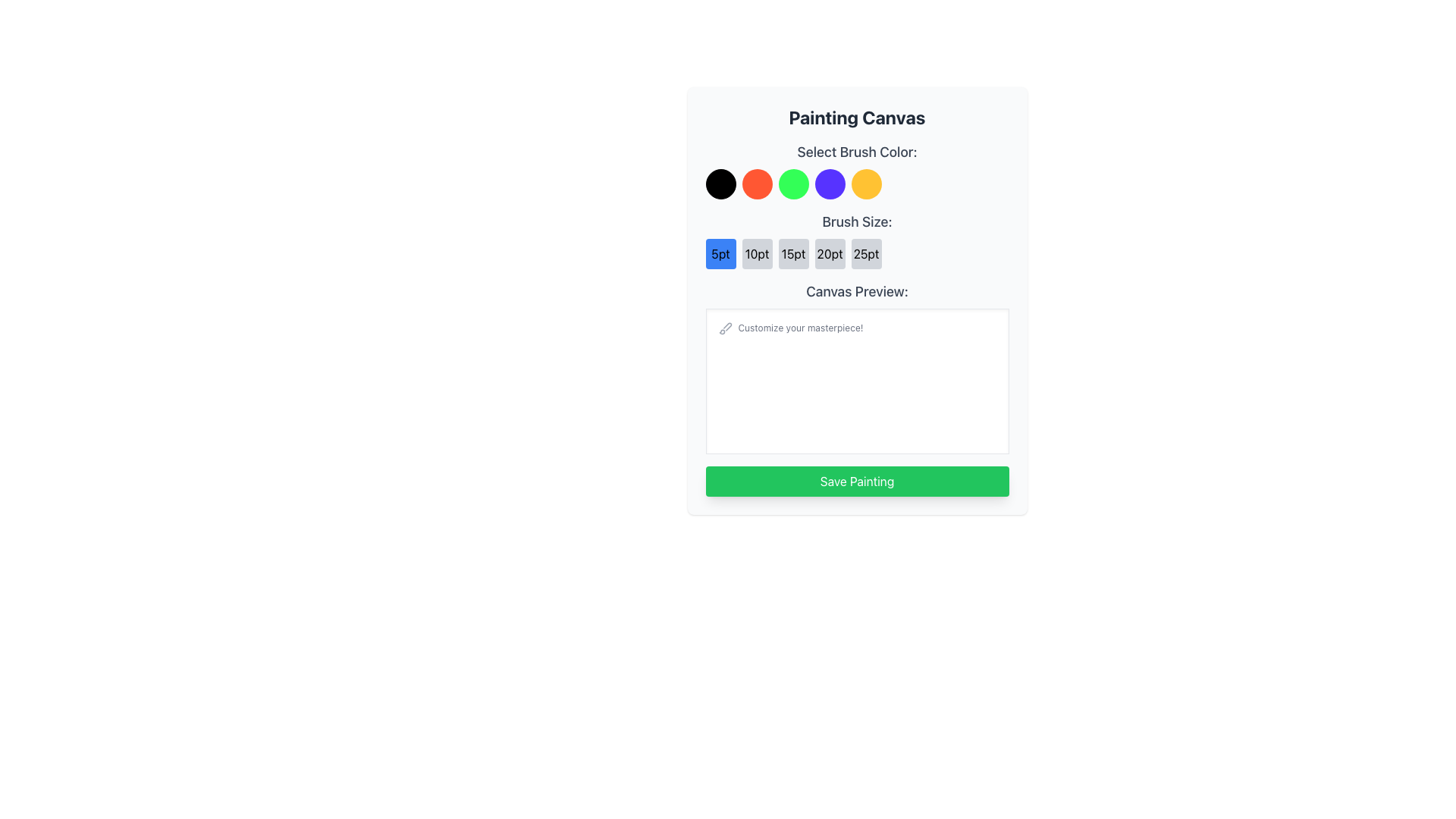 This screenshot has width=1456, height=819. Describe the element at coordinates (829, 253) in the screenshot. I see `the button labeled '20pt'` at that location.